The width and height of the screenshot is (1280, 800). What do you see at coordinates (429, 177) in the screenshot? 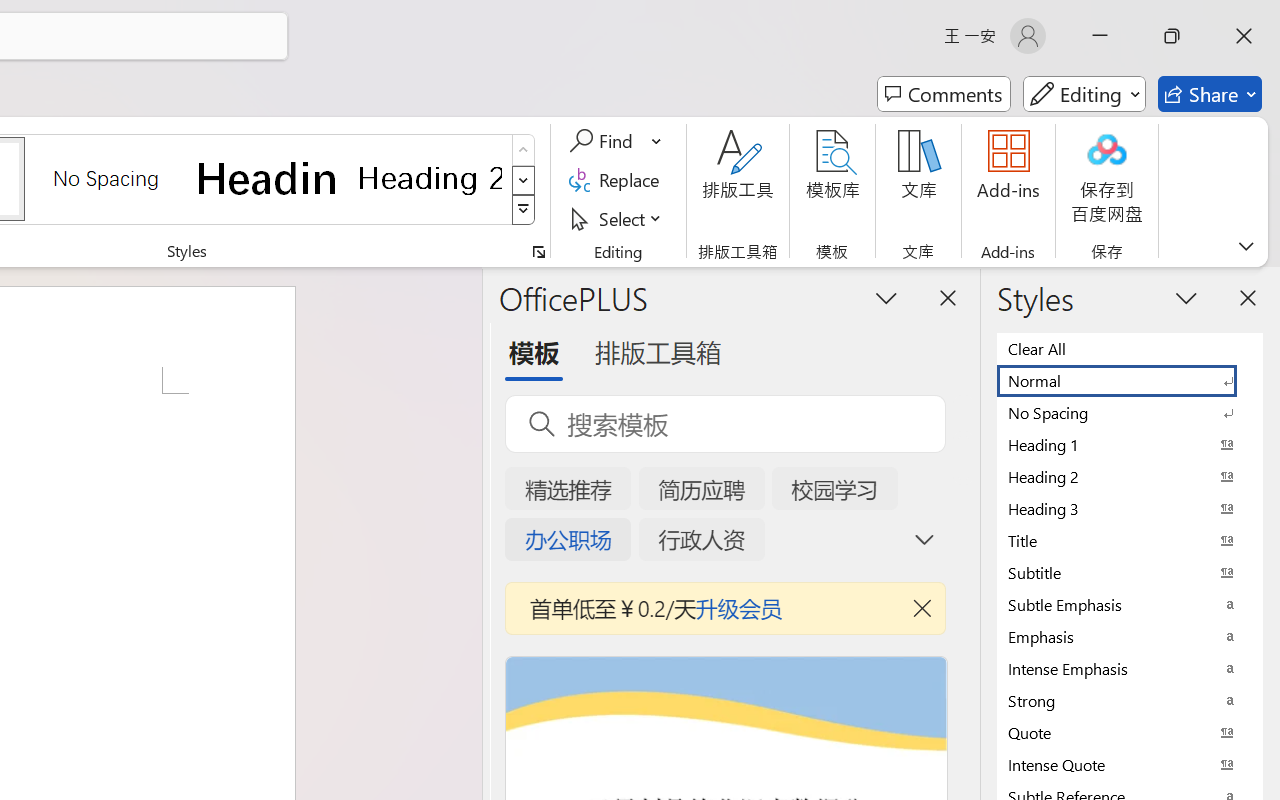
I see `'Heading 2'` at bounding box center [429, 177].